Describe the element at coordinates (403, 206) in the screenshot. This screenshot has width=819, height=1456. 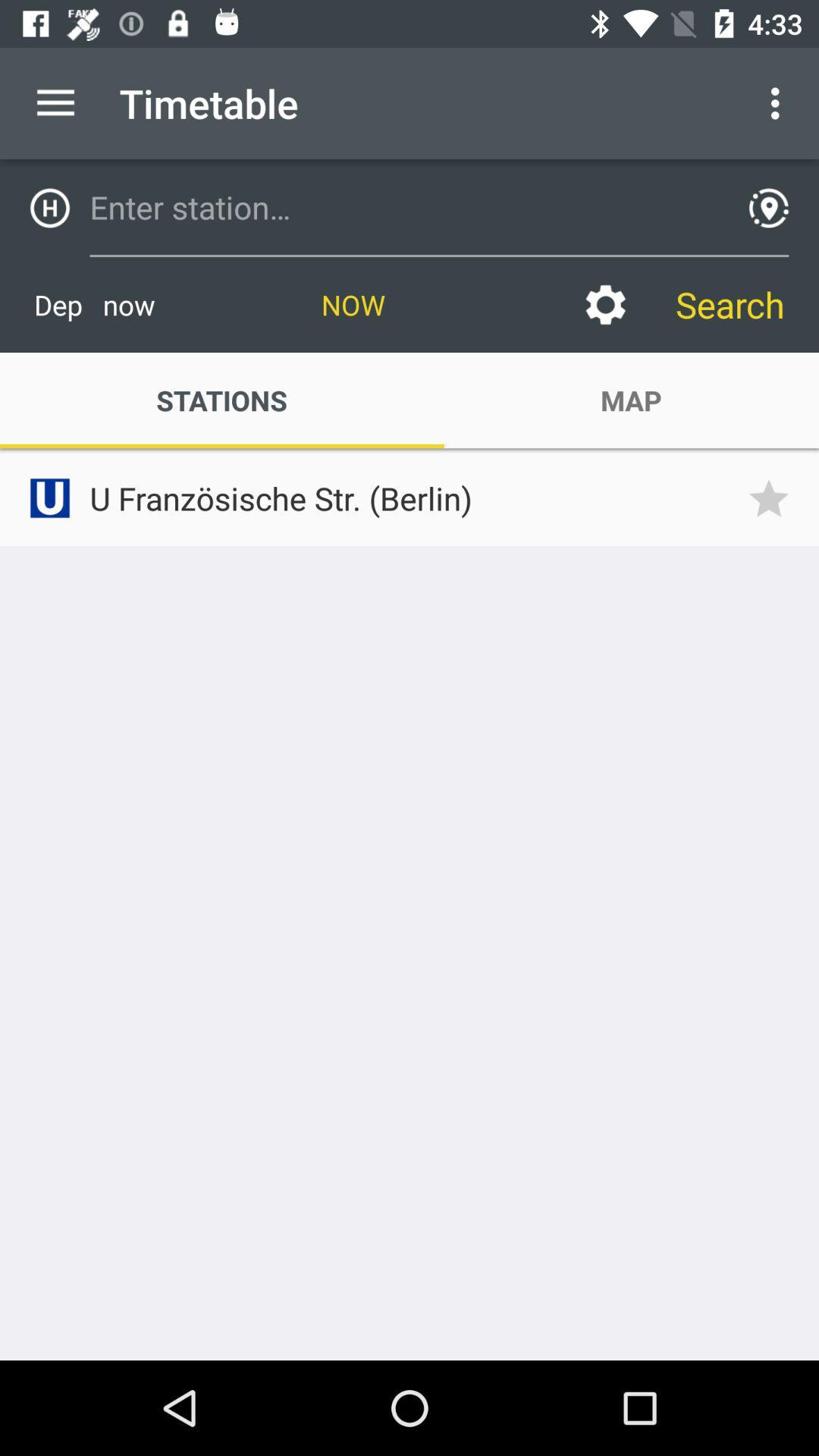
I see `station name input field` at that location.